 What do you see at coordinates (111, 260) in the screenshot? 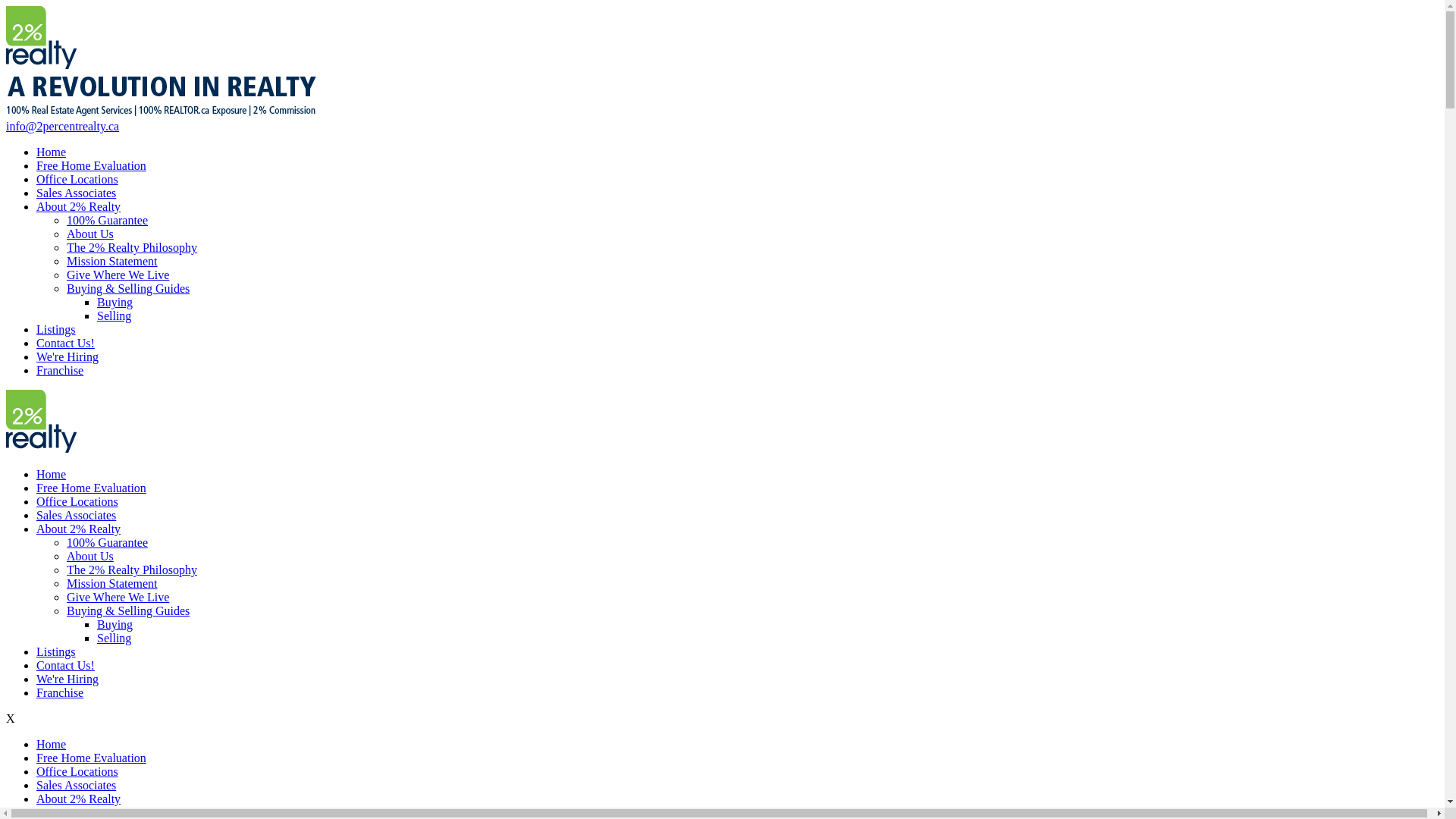
I see `'Mission Statement'` at bounding box center [111, 260].